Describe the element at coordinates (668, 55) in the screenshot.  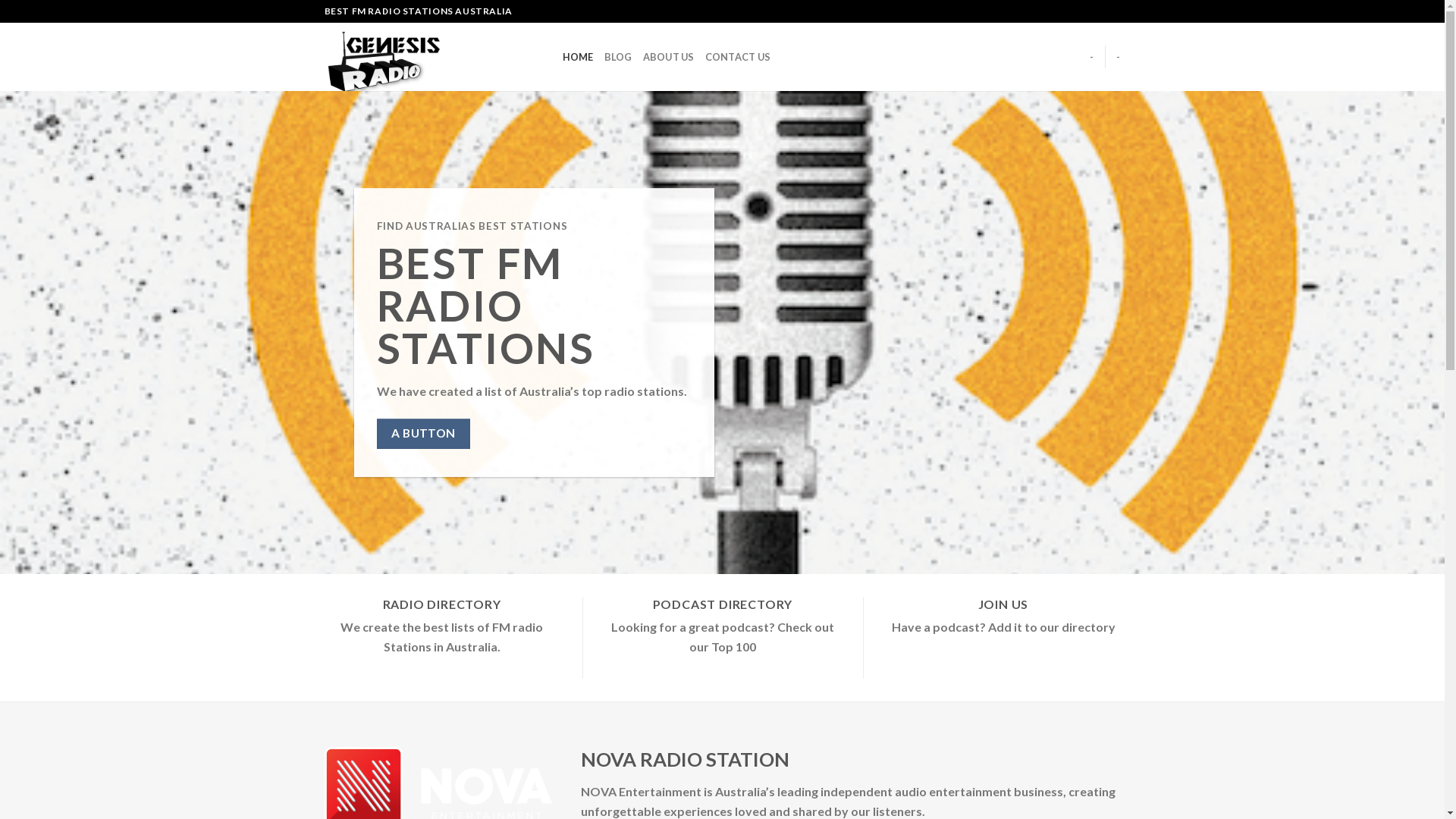
I see `'ABOUT US'` at that location.